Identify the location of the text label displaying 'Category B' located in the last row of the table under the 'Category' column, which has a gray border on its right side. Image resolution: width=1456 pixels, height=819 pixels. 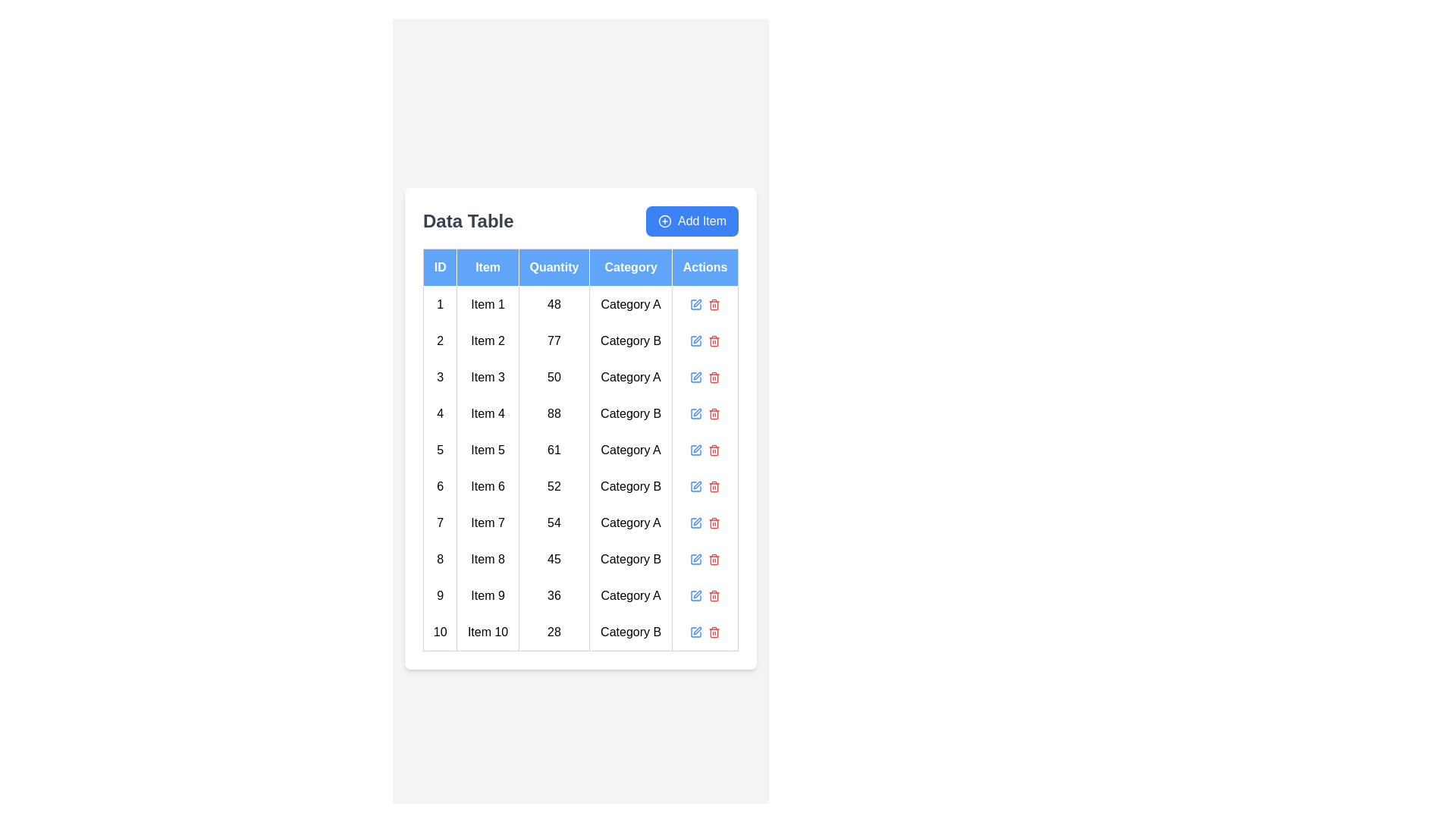
(631, 632).